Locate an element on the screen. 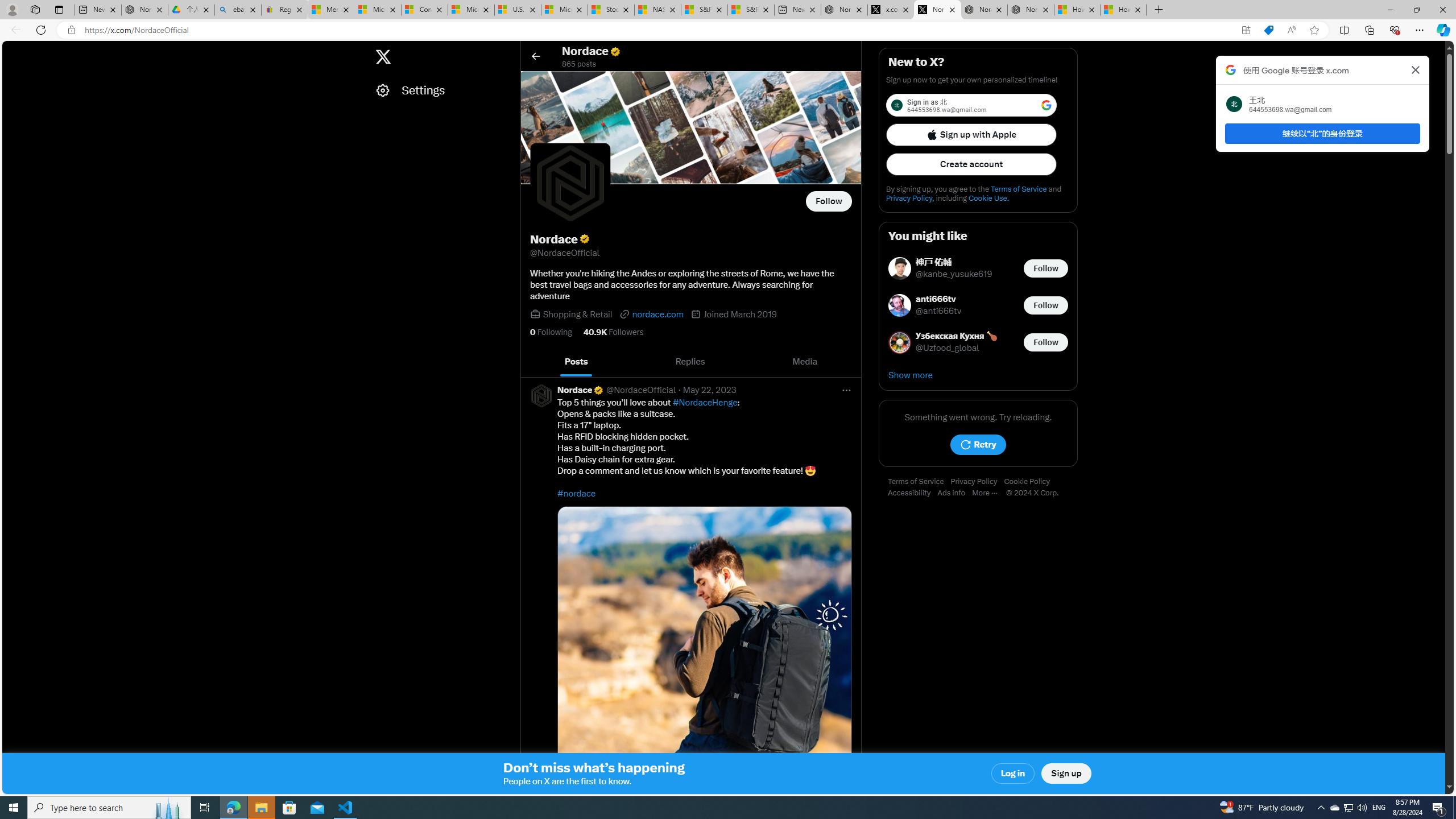 This screenshot has height=819, width=1456. 'Register: Create a personal eBay account' is located at coordinates (284, 9).